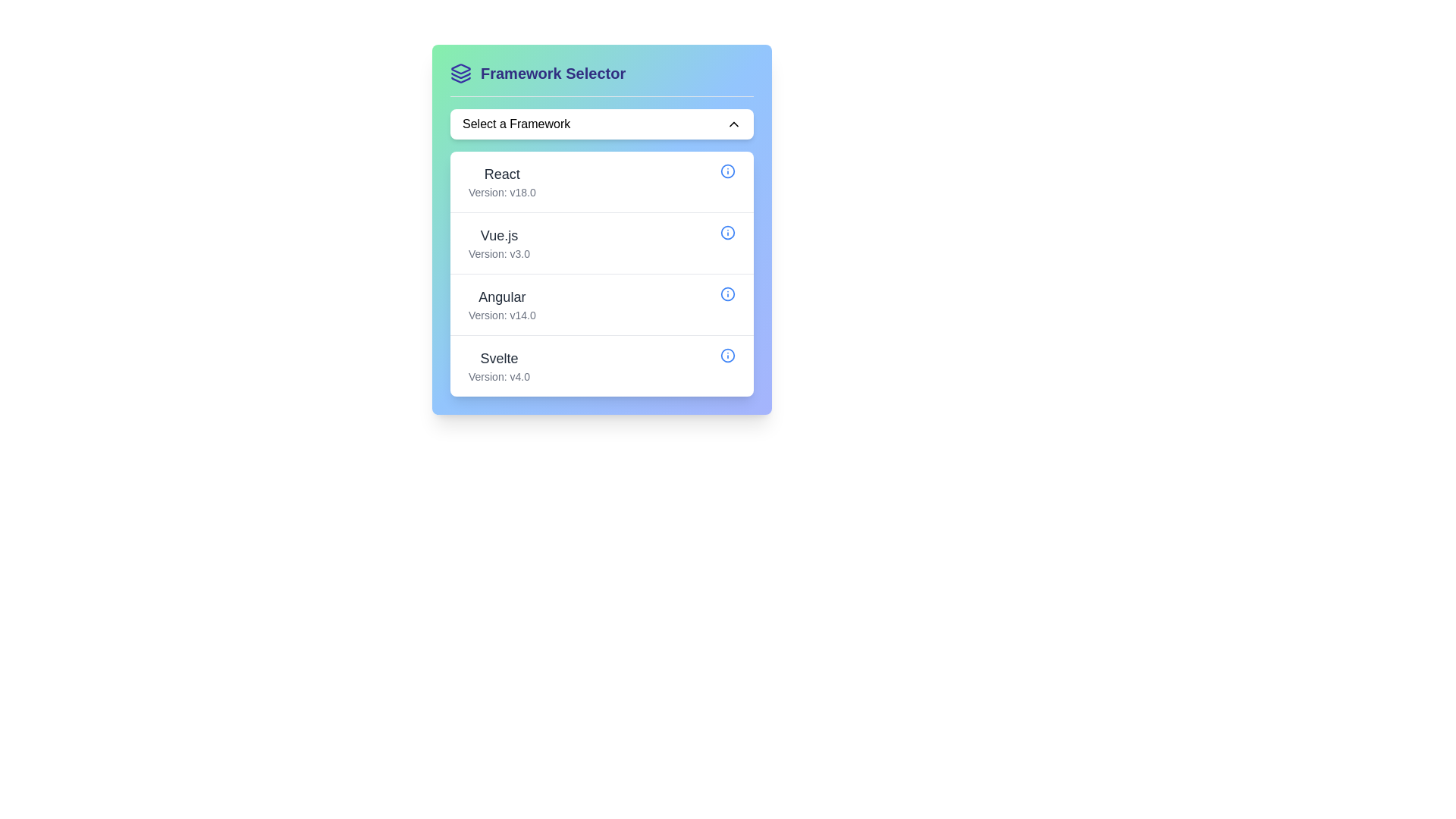 The image size is (1456, 819). What do you see at coordinates (601, 242) in the screenshot?
I see `the List item representing the Vue.js framework (v3.0)` at bounding box center [601, 242].